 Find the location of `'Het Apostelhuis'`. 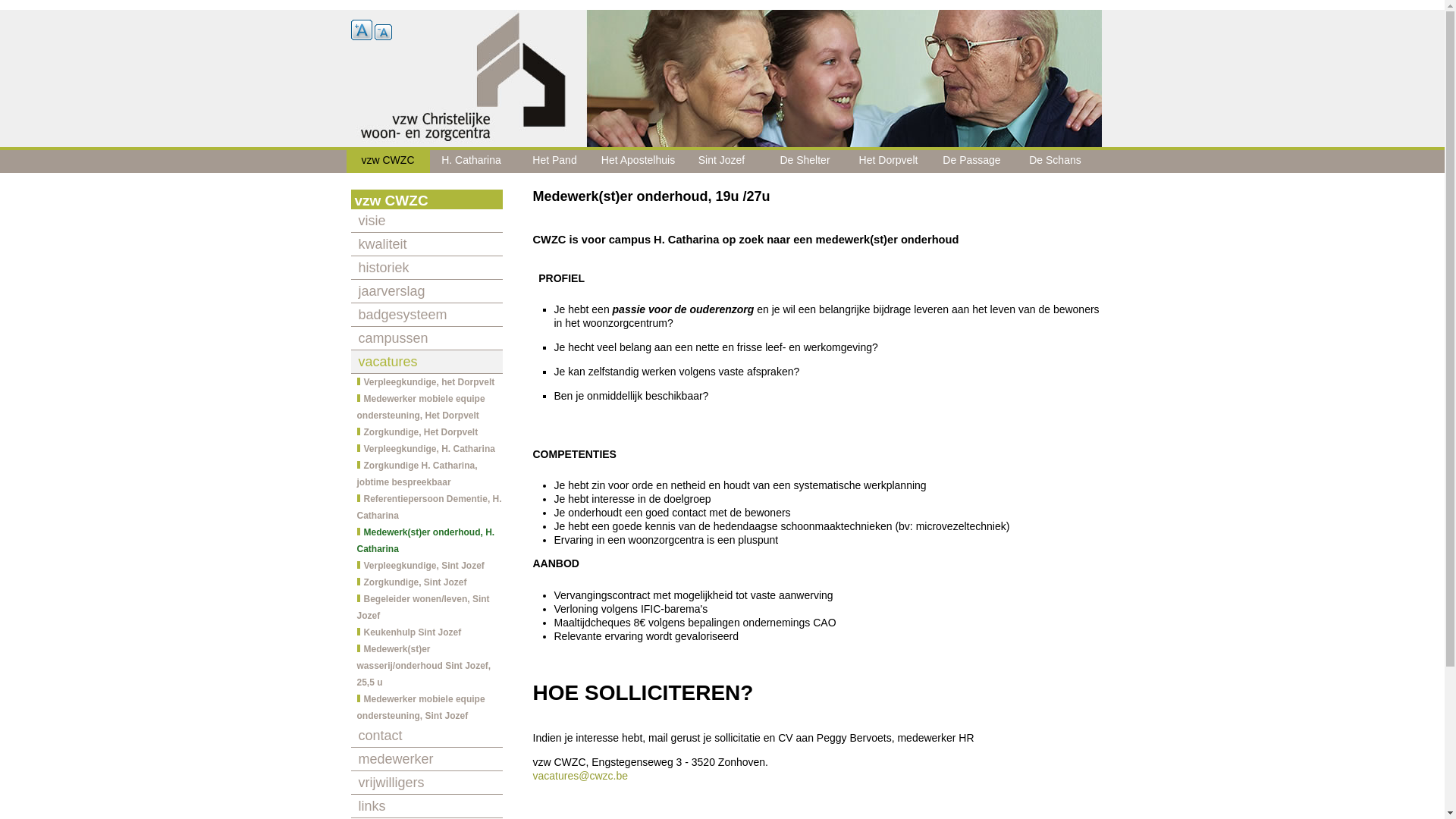

'Het Apostelhuis' is located at coordinates (637, 160).